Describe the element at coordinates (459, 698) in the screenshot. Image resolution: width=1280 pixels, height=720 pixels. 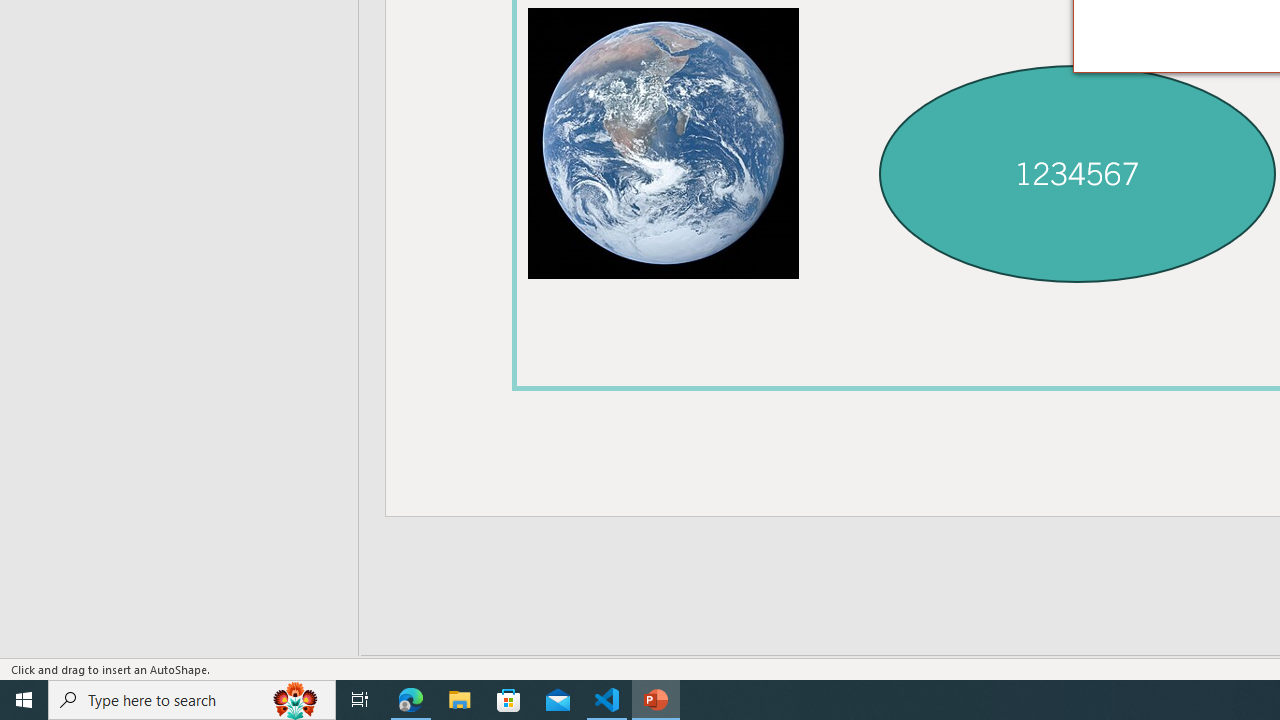
I see `'File Explorer'` at that location.